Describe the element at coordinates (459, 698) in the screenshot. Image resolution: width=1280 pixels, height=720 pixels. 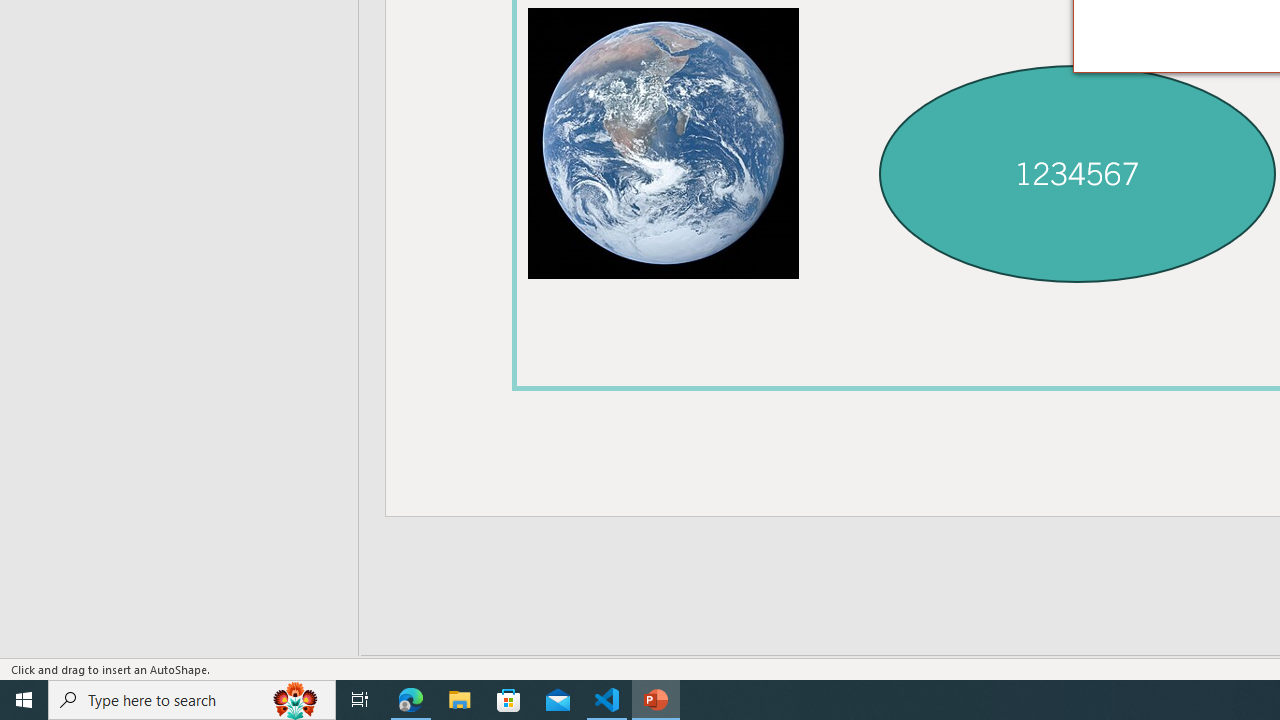
I see `'File Explorer'` at that location.